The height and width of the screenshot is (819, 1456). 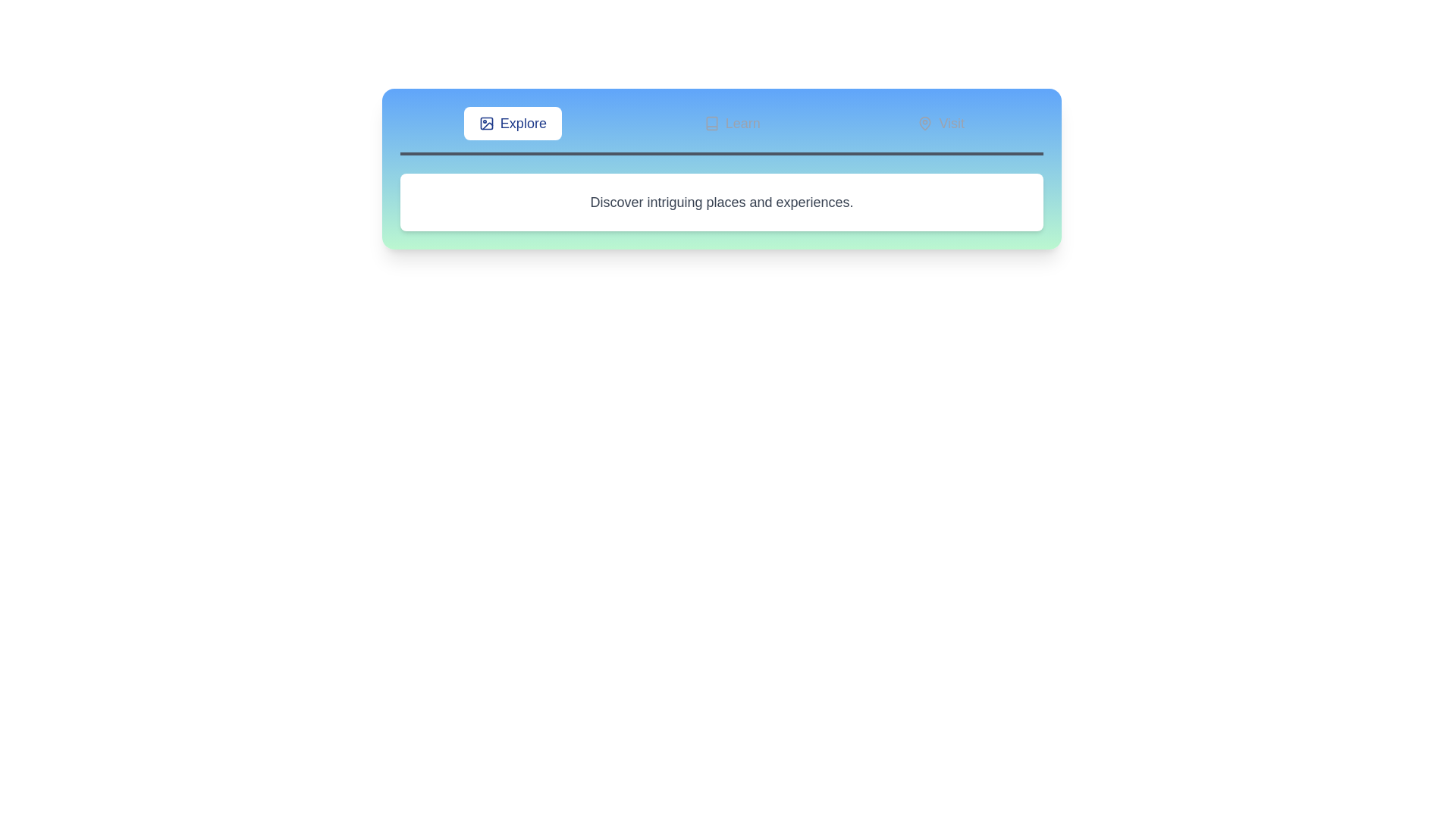 I want to click on the open book icon in the navigation bar next to the 'Learn' text, so click(x=711, y=122).